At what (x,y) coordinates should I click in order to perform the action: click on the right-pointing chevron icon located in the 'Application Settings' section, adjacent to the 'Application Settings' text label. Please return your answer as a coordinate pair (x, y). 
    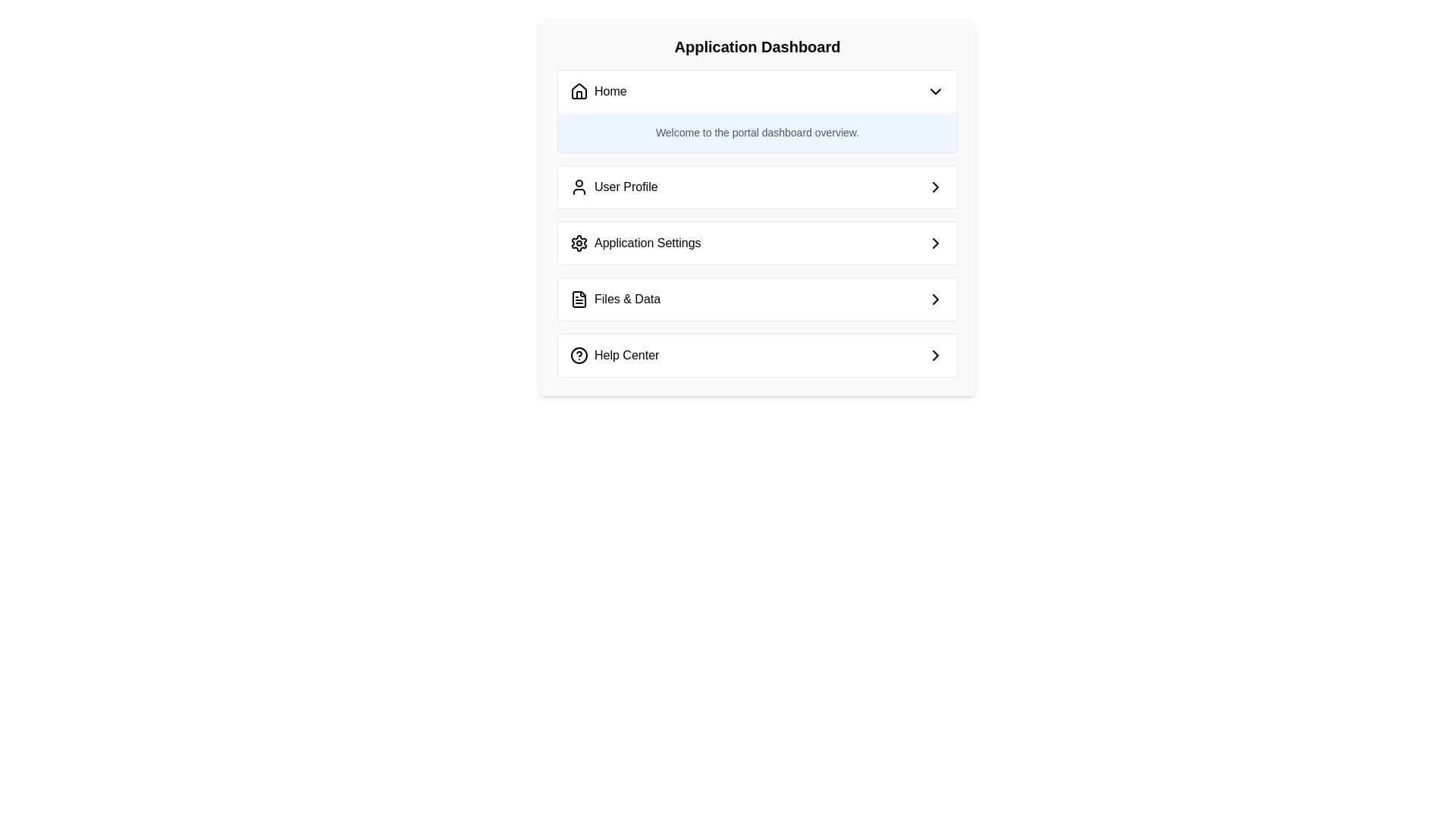
    Looking at the image, I should click on (934, 242).